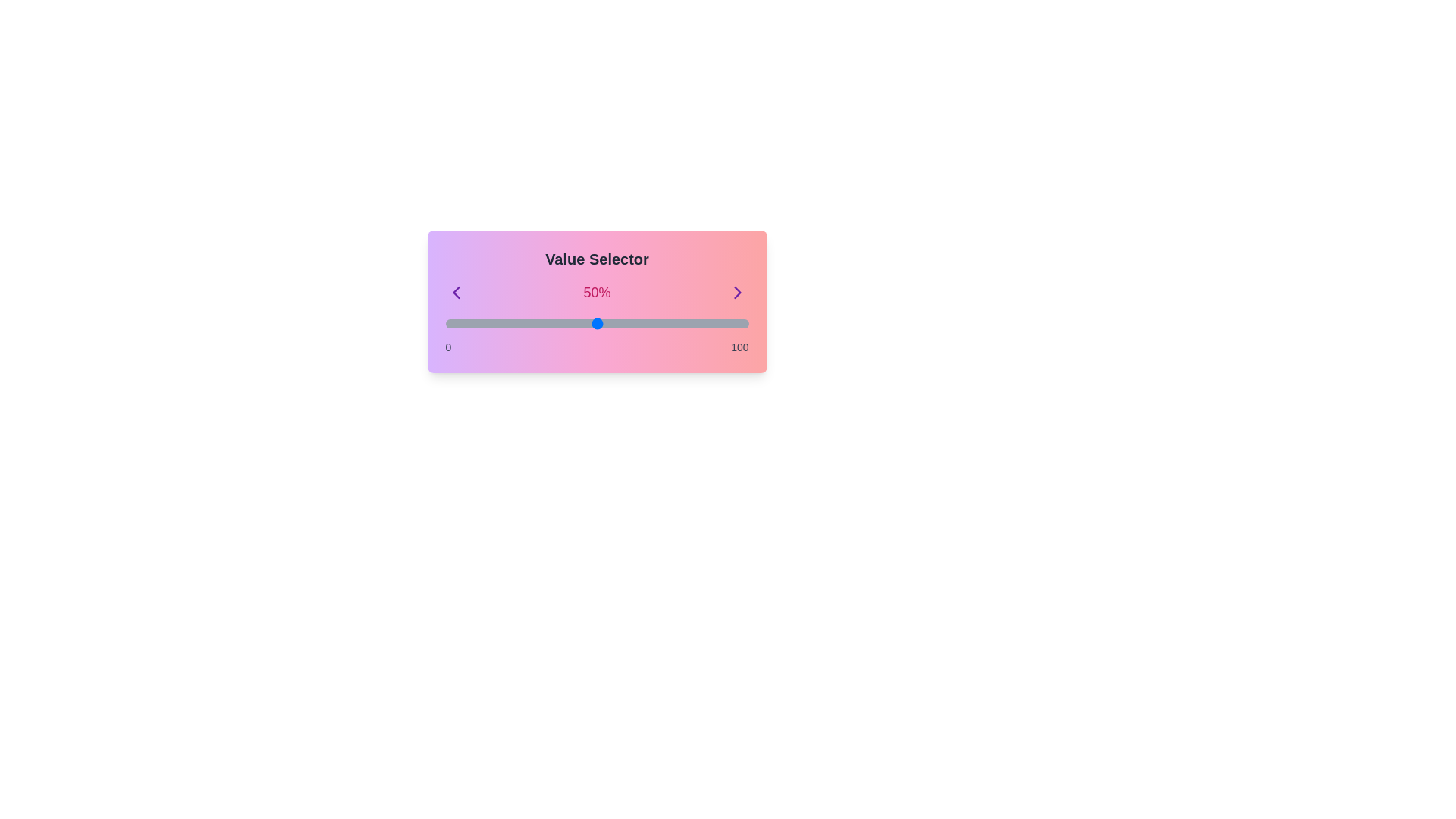 The image size is (1456, 819). Describe the element at coordinates (684, 323) in the screenshot. I see `the slider to set the value to 79` at that location.